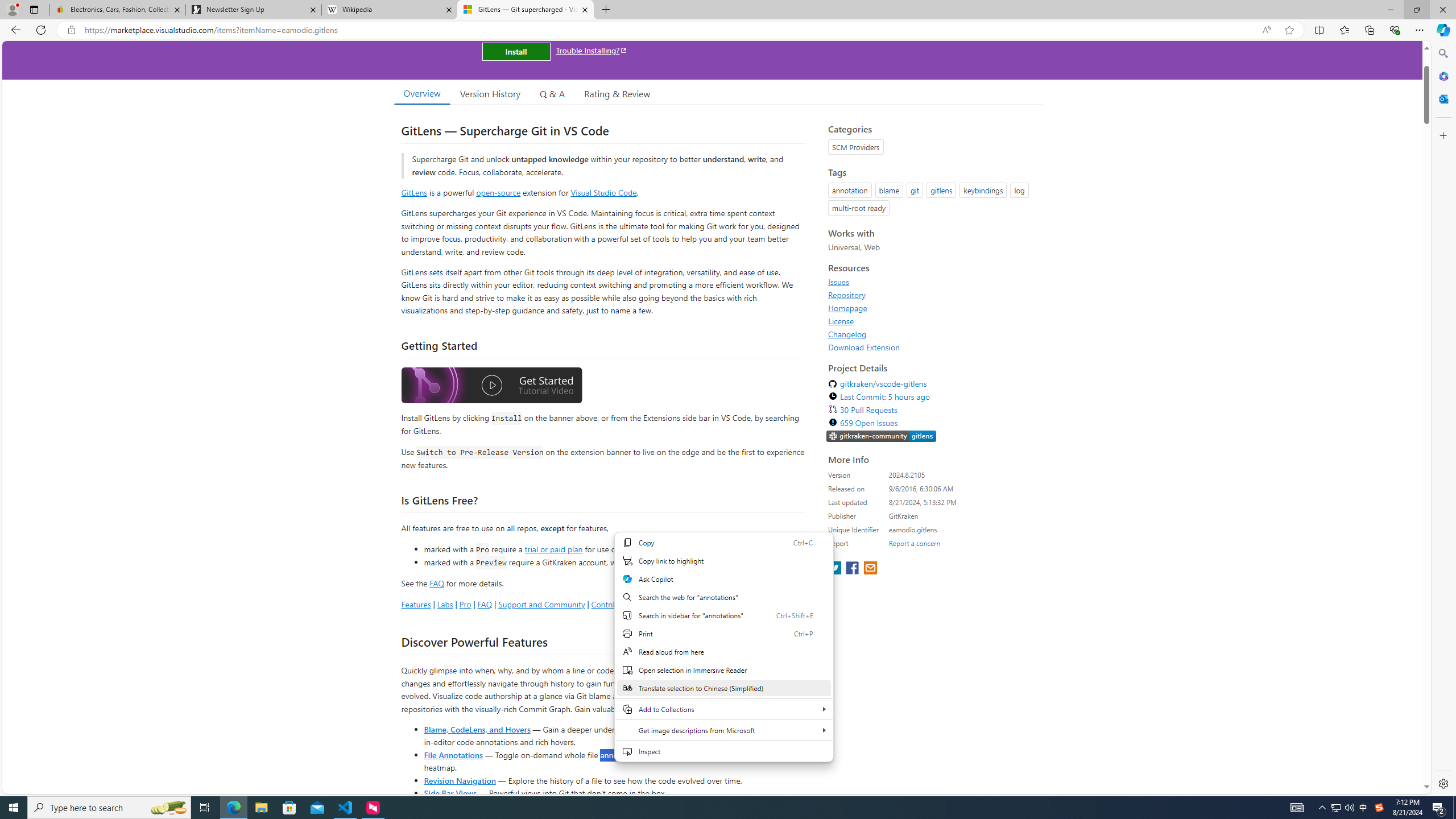 This screenshot has width=1456, height=819. What do you see at coordinates (459, 780) in the screenshot?
I see `'Revision Navigation'` at bounding box center [459, 780].